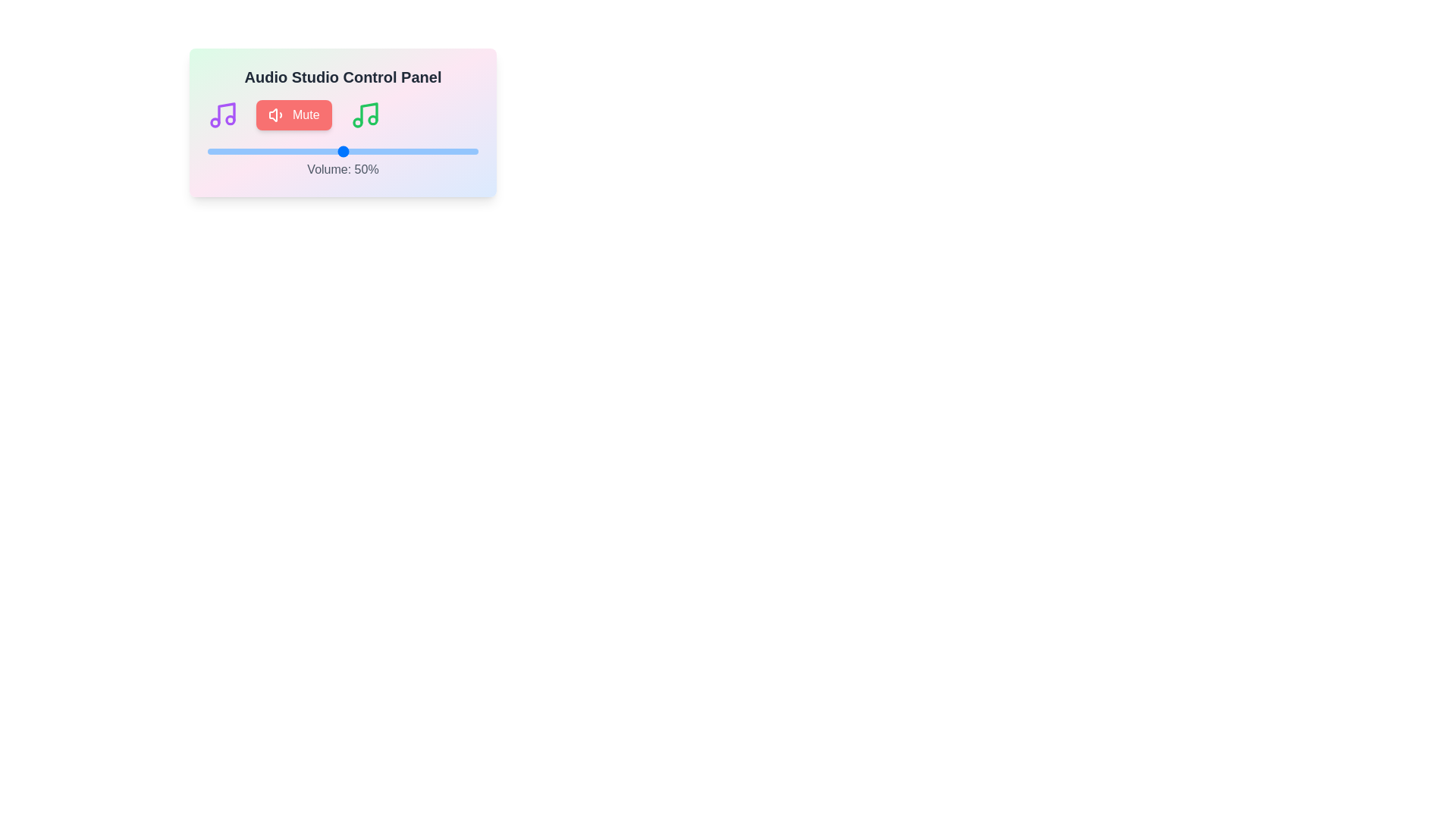 Image resolution: width=1456 pixels, height=819 pixels. What do you see at coordinates (434, 152) in the screenshot?
I see `the volume slider to set the volume to 84%` at bounding box center [434, 152].